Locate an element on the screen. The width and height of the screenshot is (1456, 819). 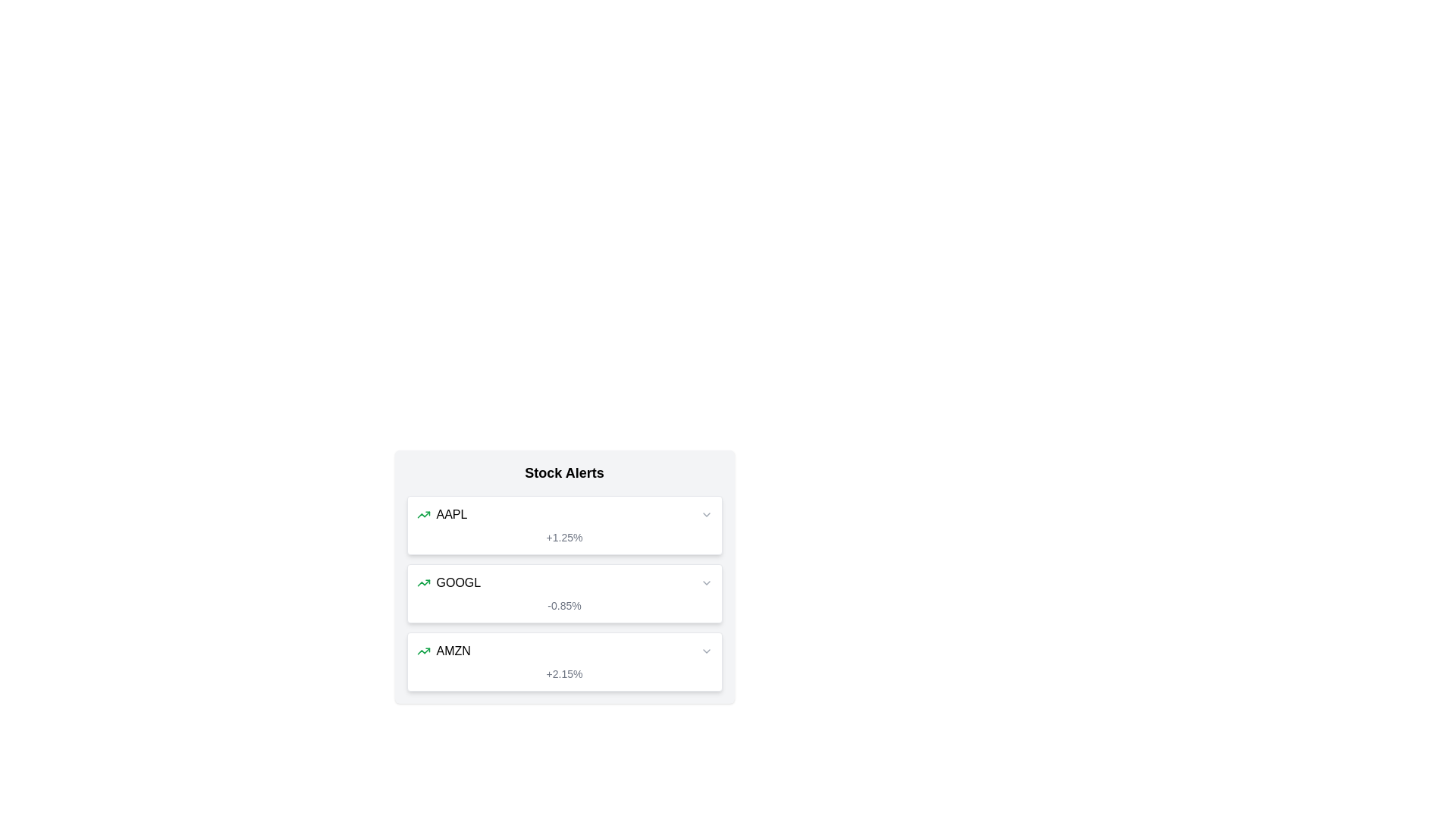
the stock information card for 'GOOGL' is located at coordinates (563, 576).